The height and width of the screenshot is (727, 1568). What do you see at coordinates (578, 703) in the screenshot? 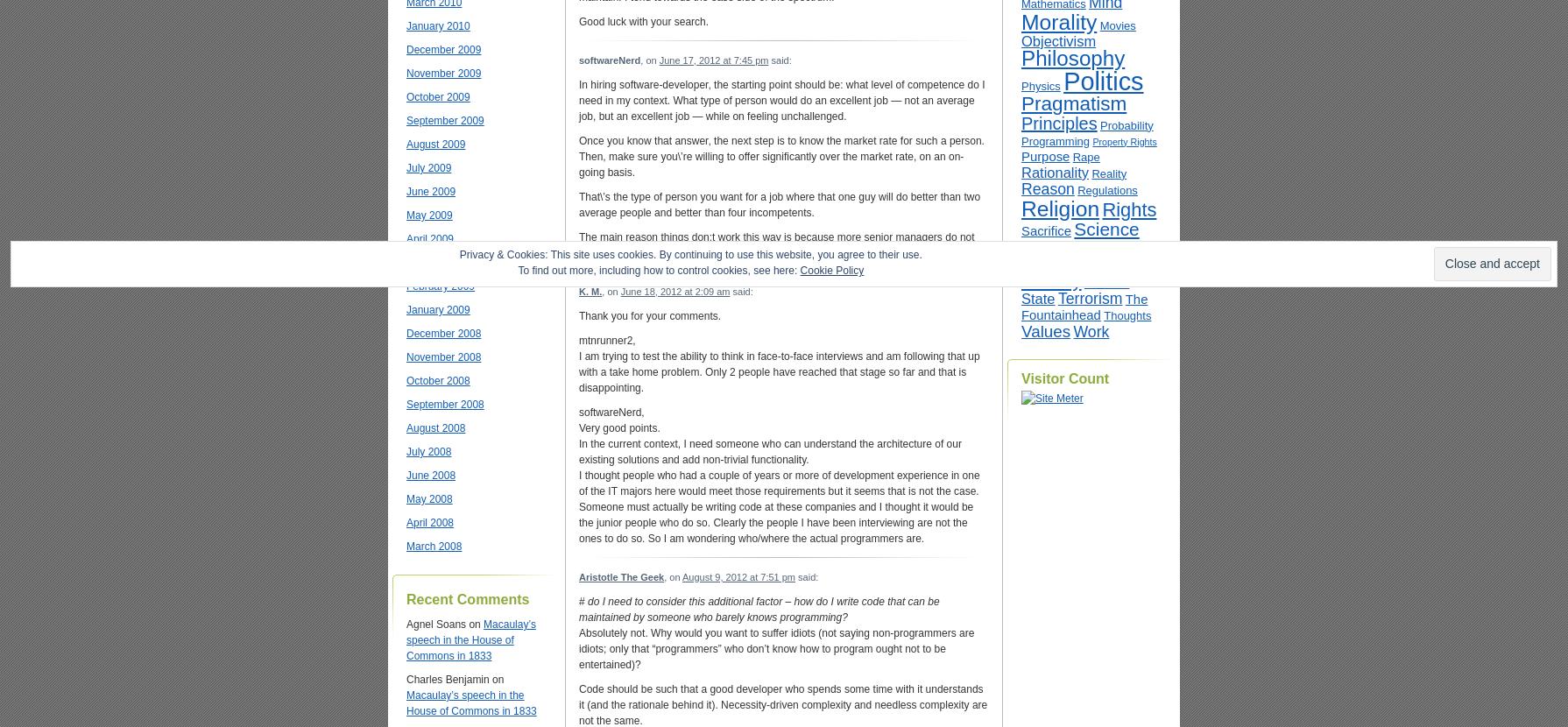
I see `'Code should be such that a good developer who spends some time with it understands it (and the rationale behind it). Necessity-driven complexity and needless complexity are not the same.'` at bounding box center [578, 703].